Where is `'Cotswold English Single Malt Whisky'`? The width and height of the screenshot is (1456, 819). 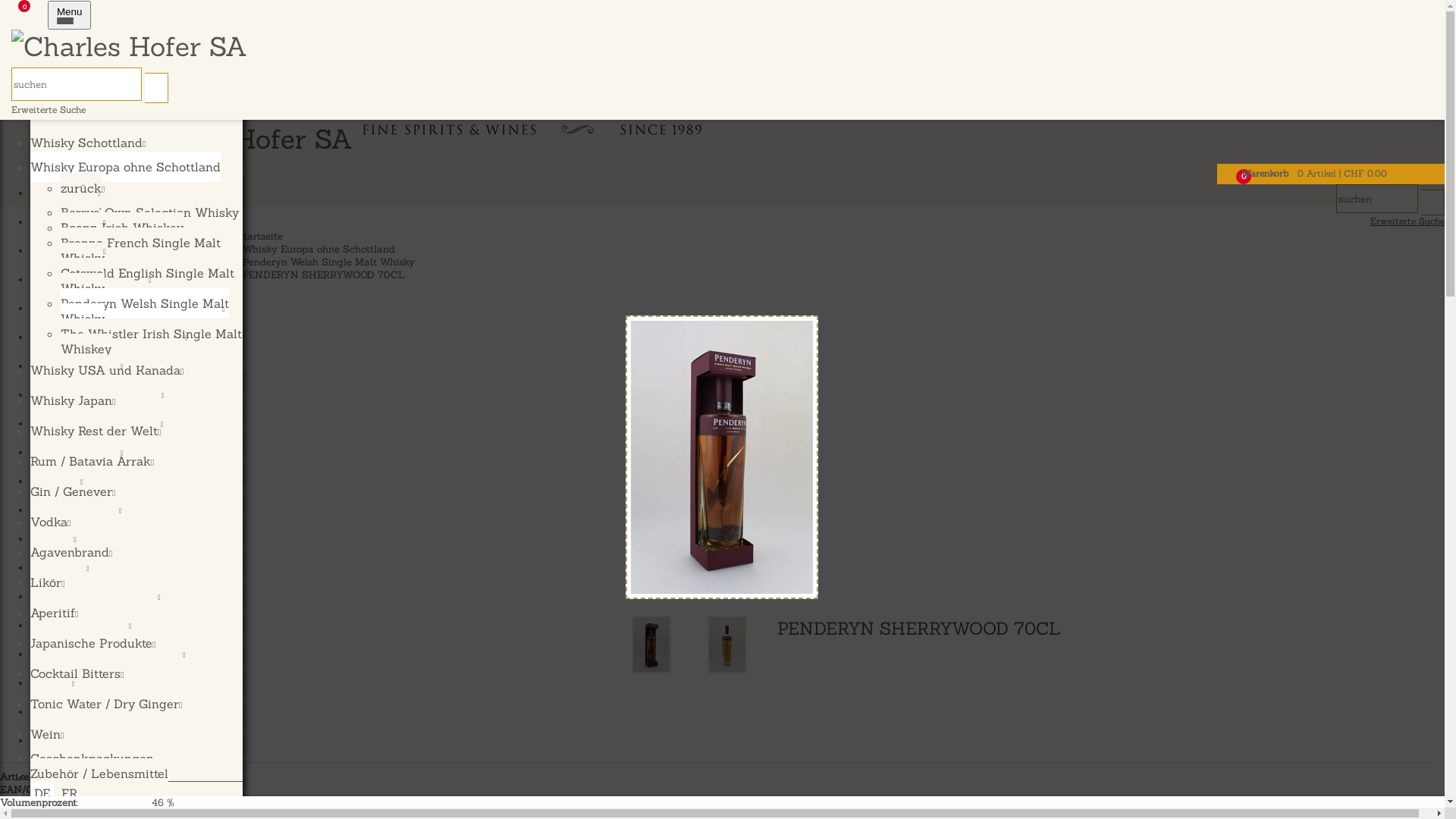
'Cotswold English Single Malt Whisky' is located at coordinates (147, 281).